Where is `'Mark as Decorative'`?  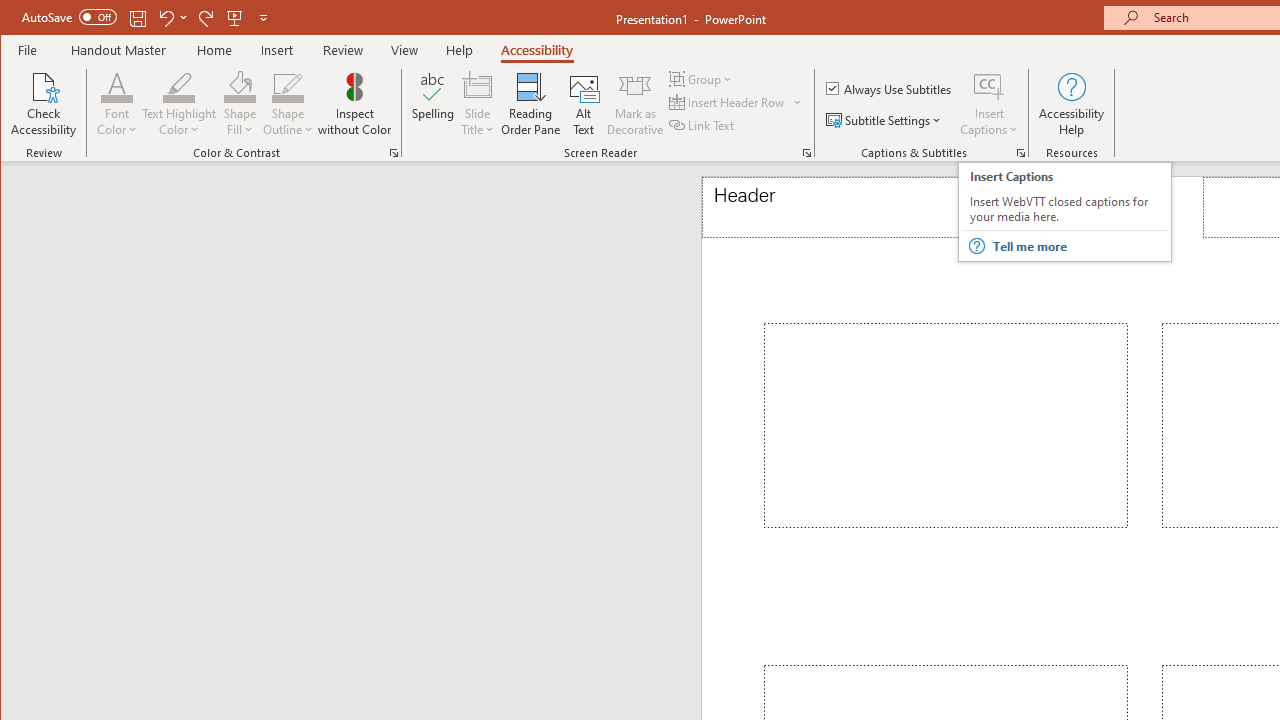 'Mark as Decorative' is located at coordinates (634, 104).